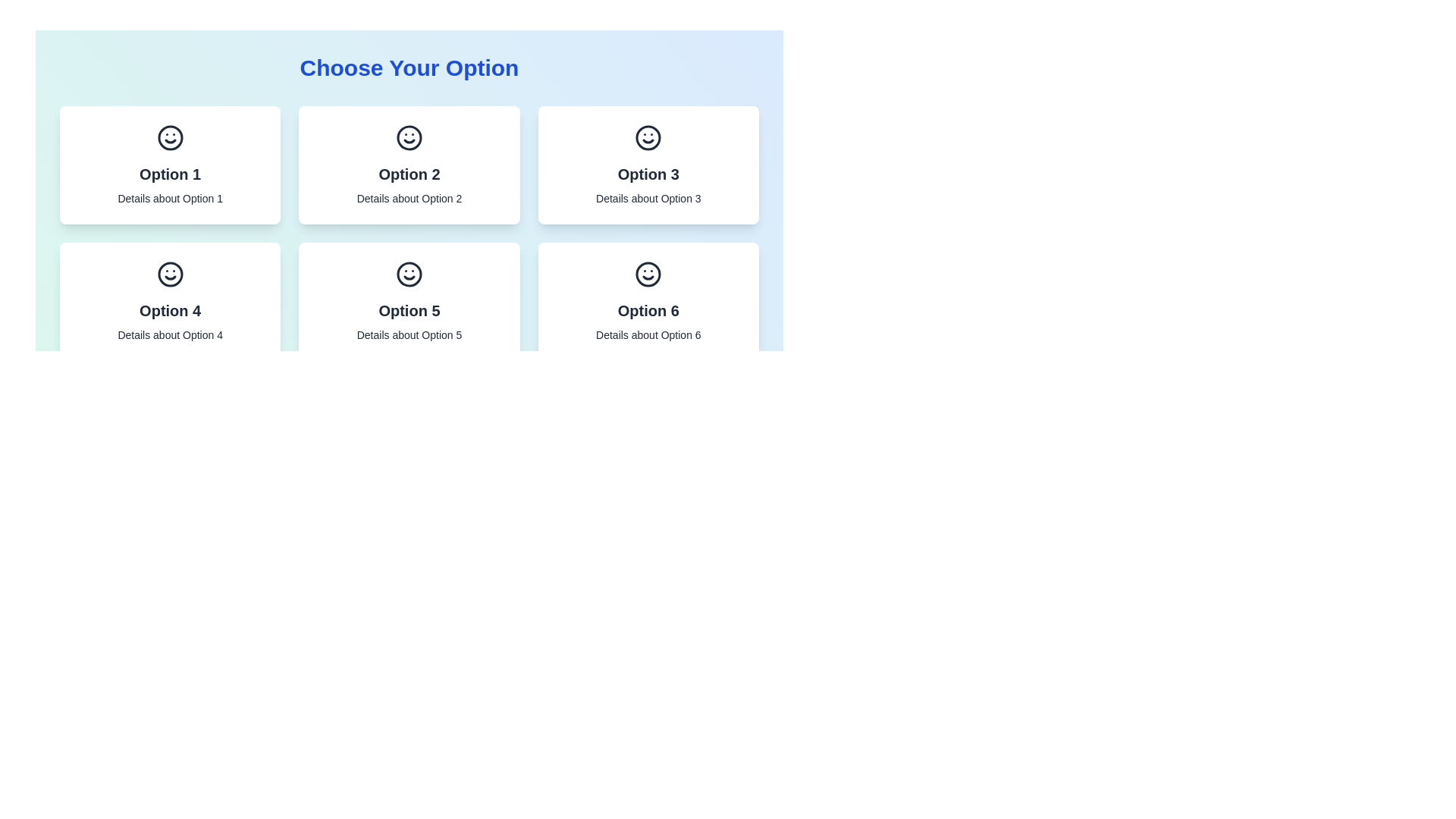 The width and height of the screenshot is (1456, 819). I want to click on the static text element providing additional descriptive information about the 'Option 2' card, located below the 'Option 2' title in the center of the card, so click(409, 198).